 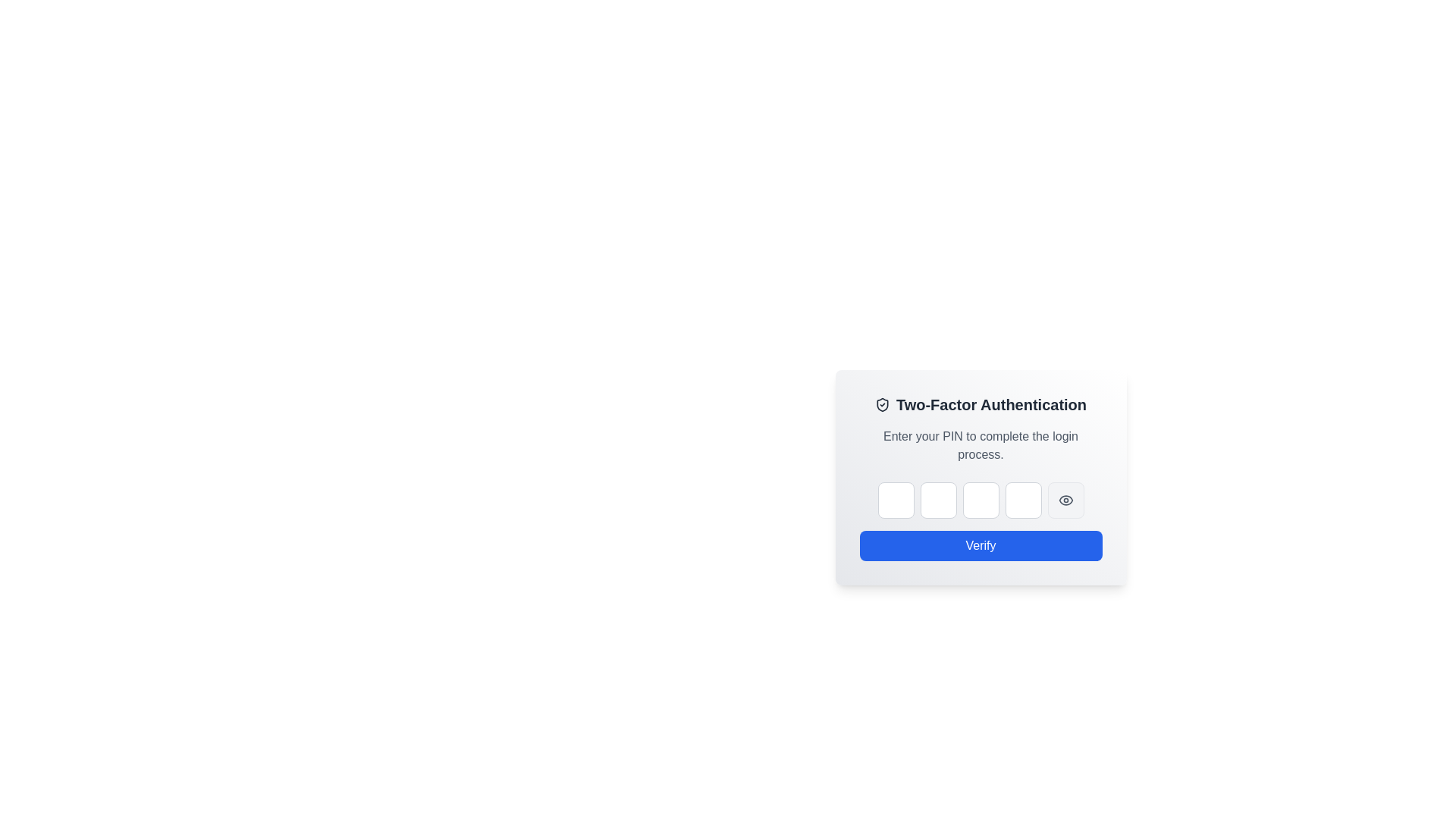 What do you see at coordinates (981, 500) in the screenshot?
I see `the Password input field, which is the third element in a group of five horizontally aligned fields within the two-factor authentication panel` at bounding box center [981, 500].